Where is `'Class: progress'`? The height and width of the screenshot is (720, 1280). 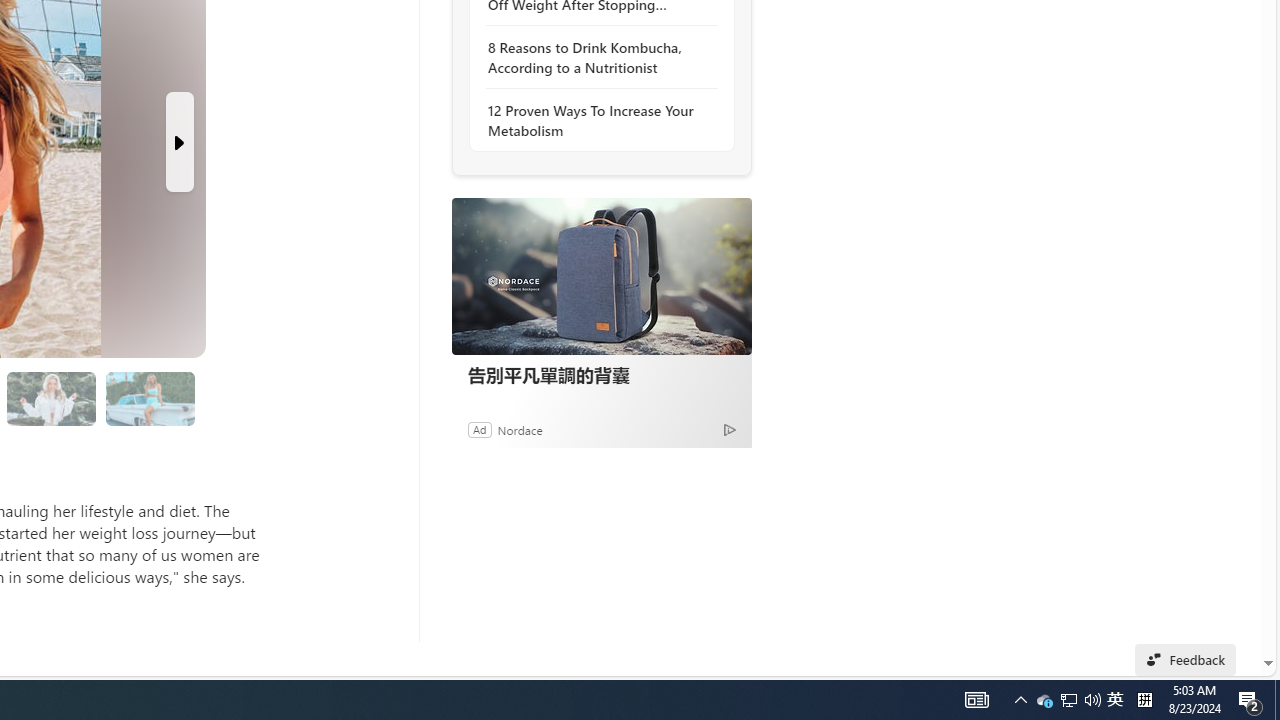 'Class: progress' is located at coordinates (149, 395).